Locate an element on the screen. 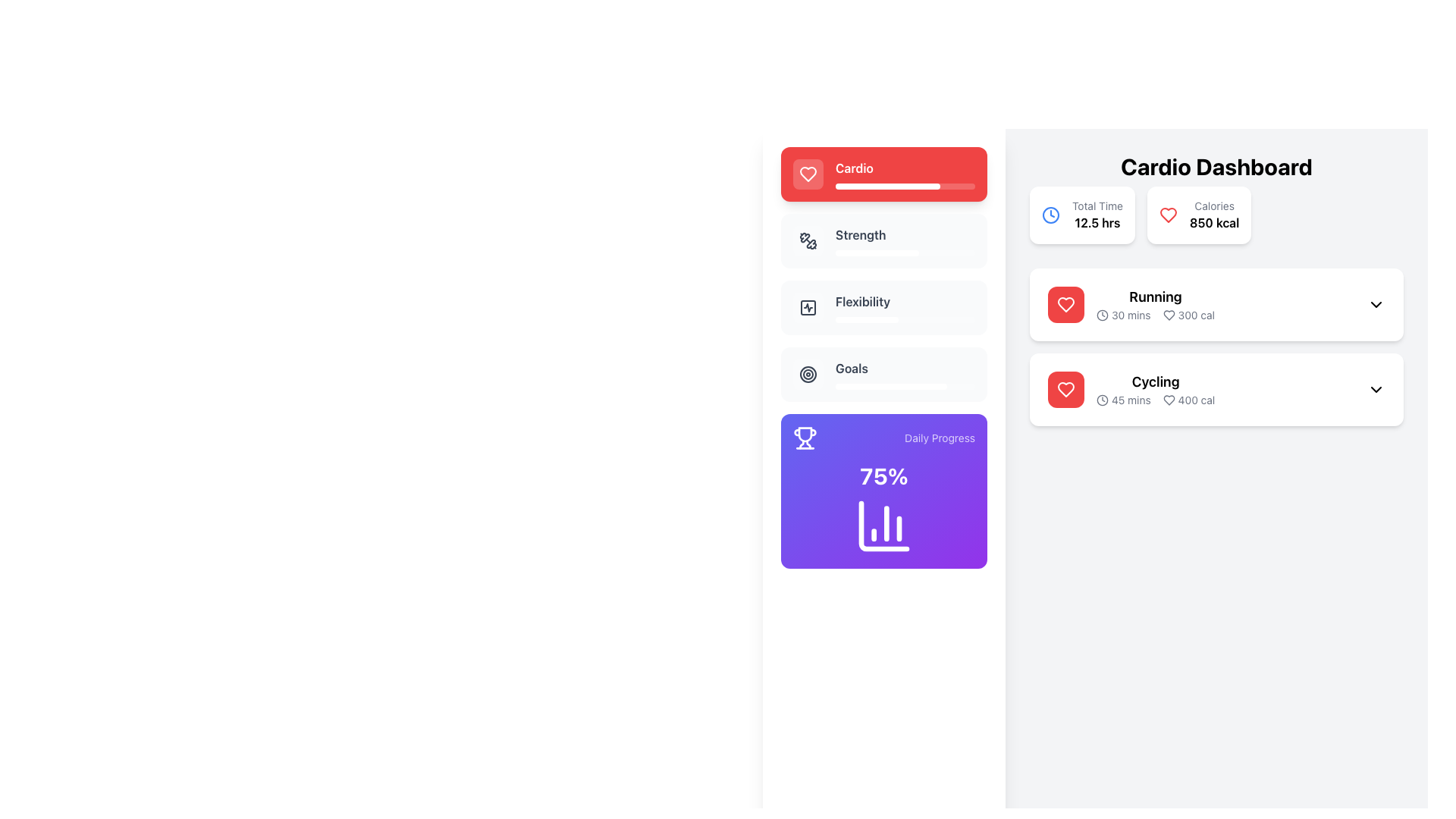 This screenshot has height=819, width=1456. the heart icon in the sidebar that visually indicates the 'Cardio' section, which is part of a red button labeled 'Cardio' is located at coordinates (807, 174).